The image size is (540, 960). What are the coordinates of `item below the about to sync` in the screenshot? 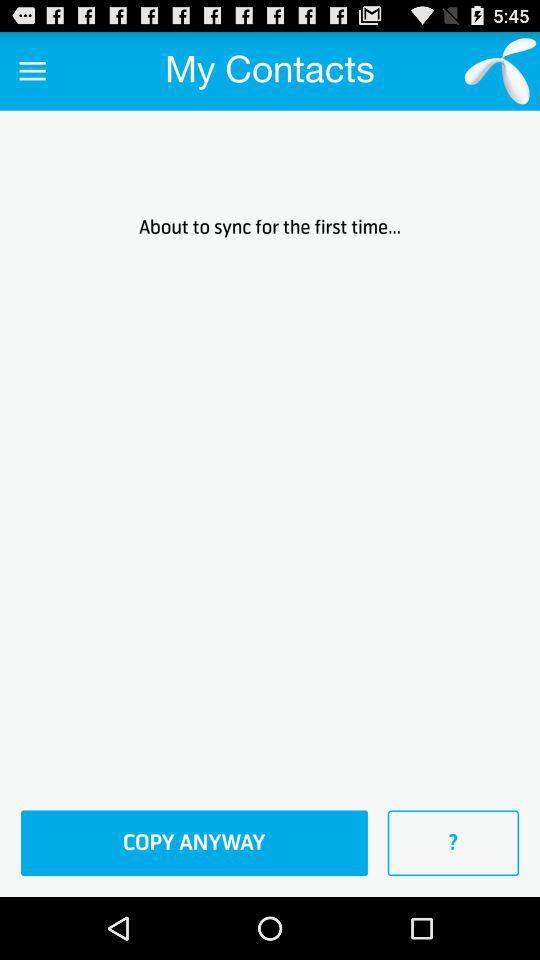 It's located at (453, 842).